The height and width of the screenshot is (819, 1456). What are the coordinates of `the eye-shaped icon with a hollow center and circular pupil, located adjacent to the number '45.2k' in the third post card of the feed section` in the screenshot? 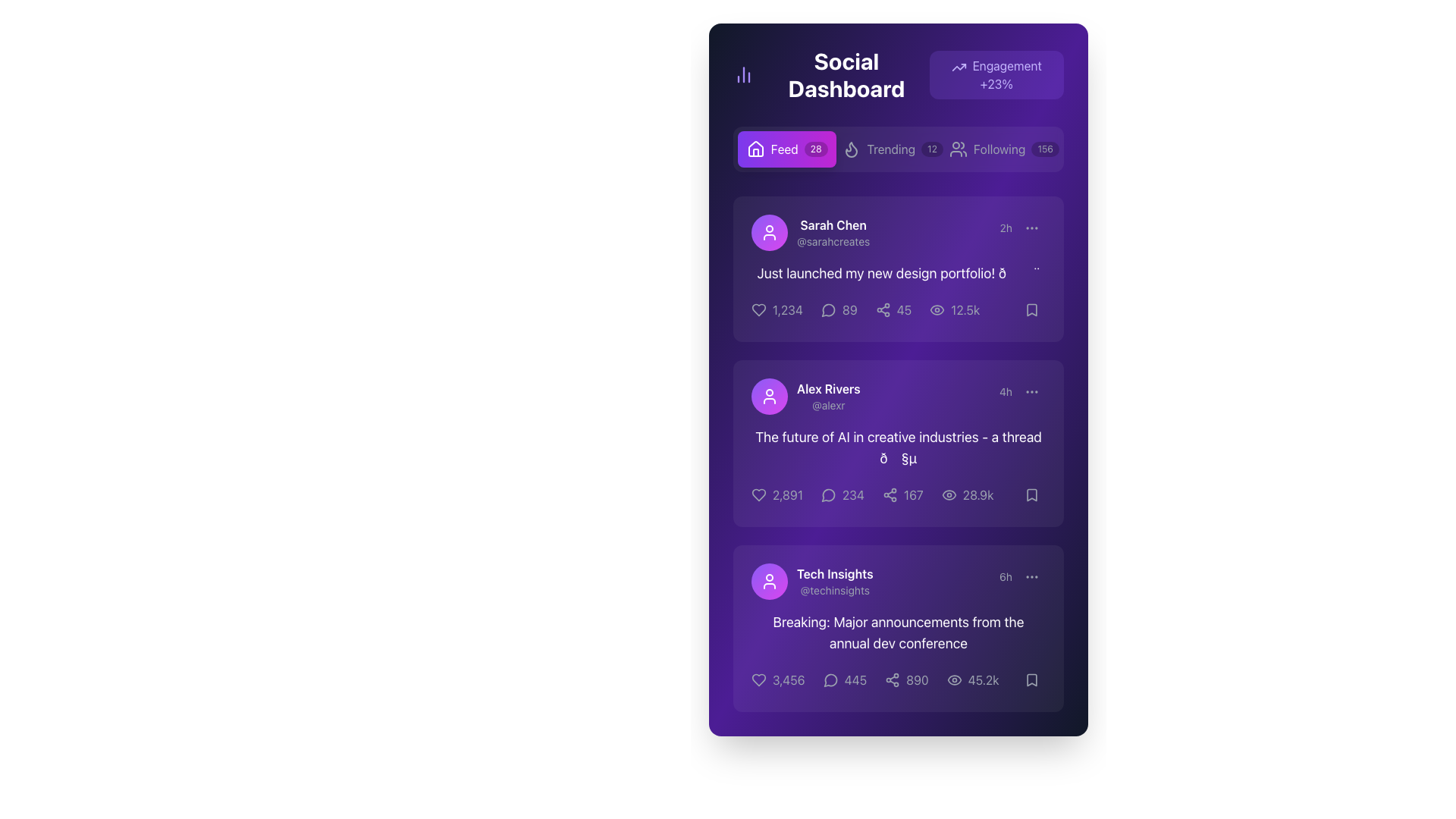 It's located at (953, 679).